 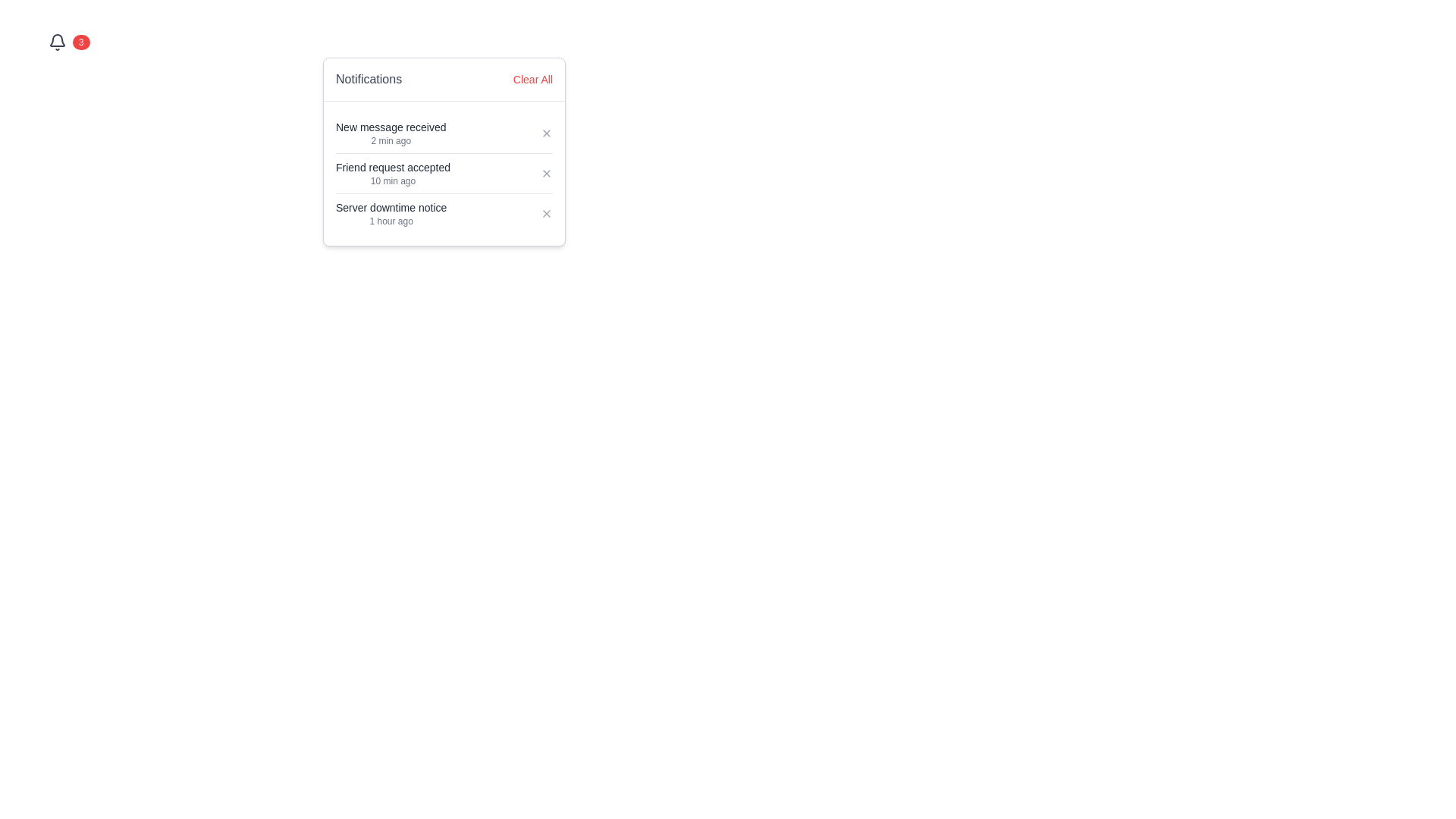 What do you see at coordinates (546, 172) in the screenshot?
I see `the interactive button` at bounding box center [546, 172].